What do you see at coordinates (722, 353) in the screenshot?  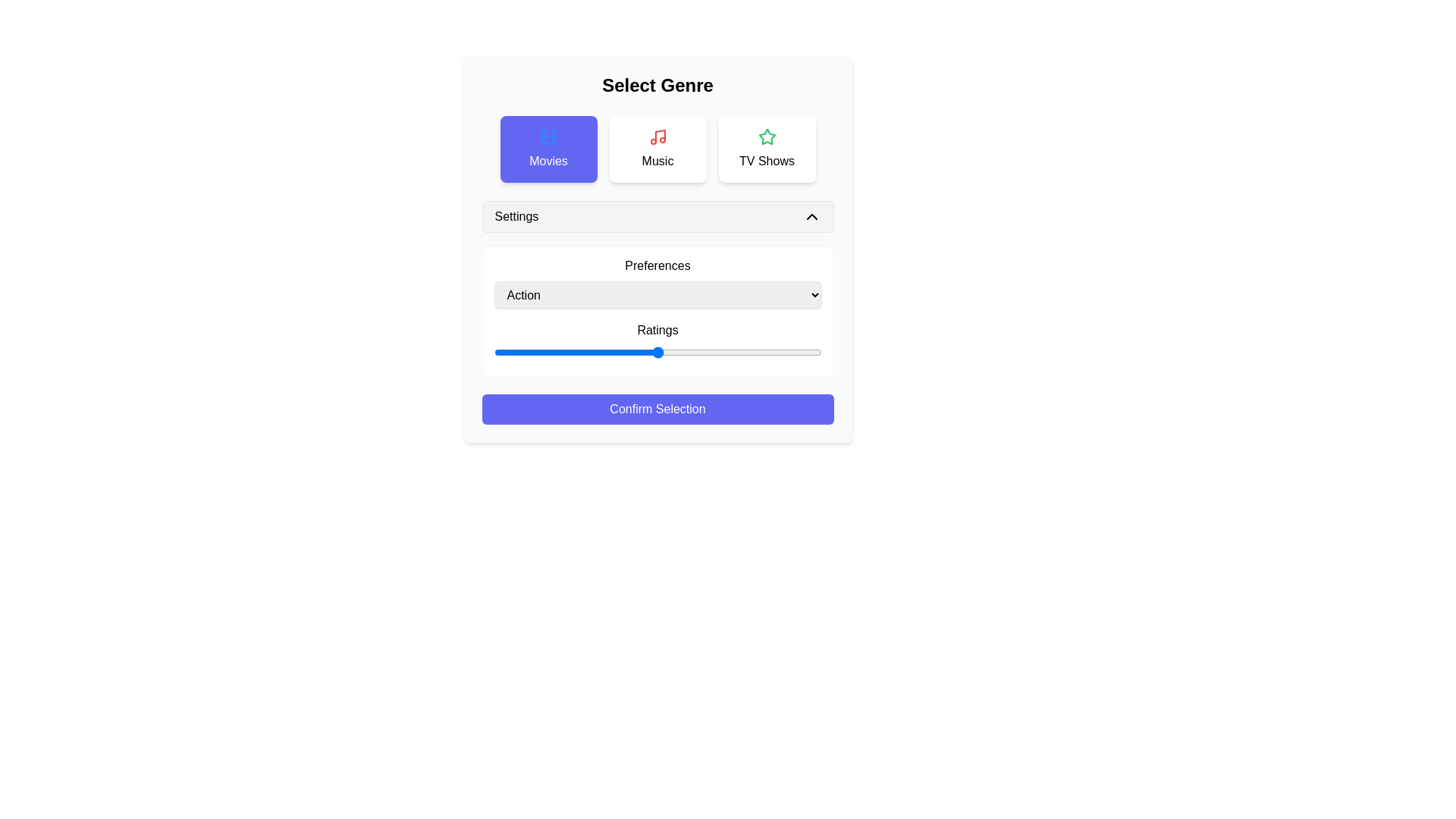 I see `the rating value` at bounding box center [722, 353].